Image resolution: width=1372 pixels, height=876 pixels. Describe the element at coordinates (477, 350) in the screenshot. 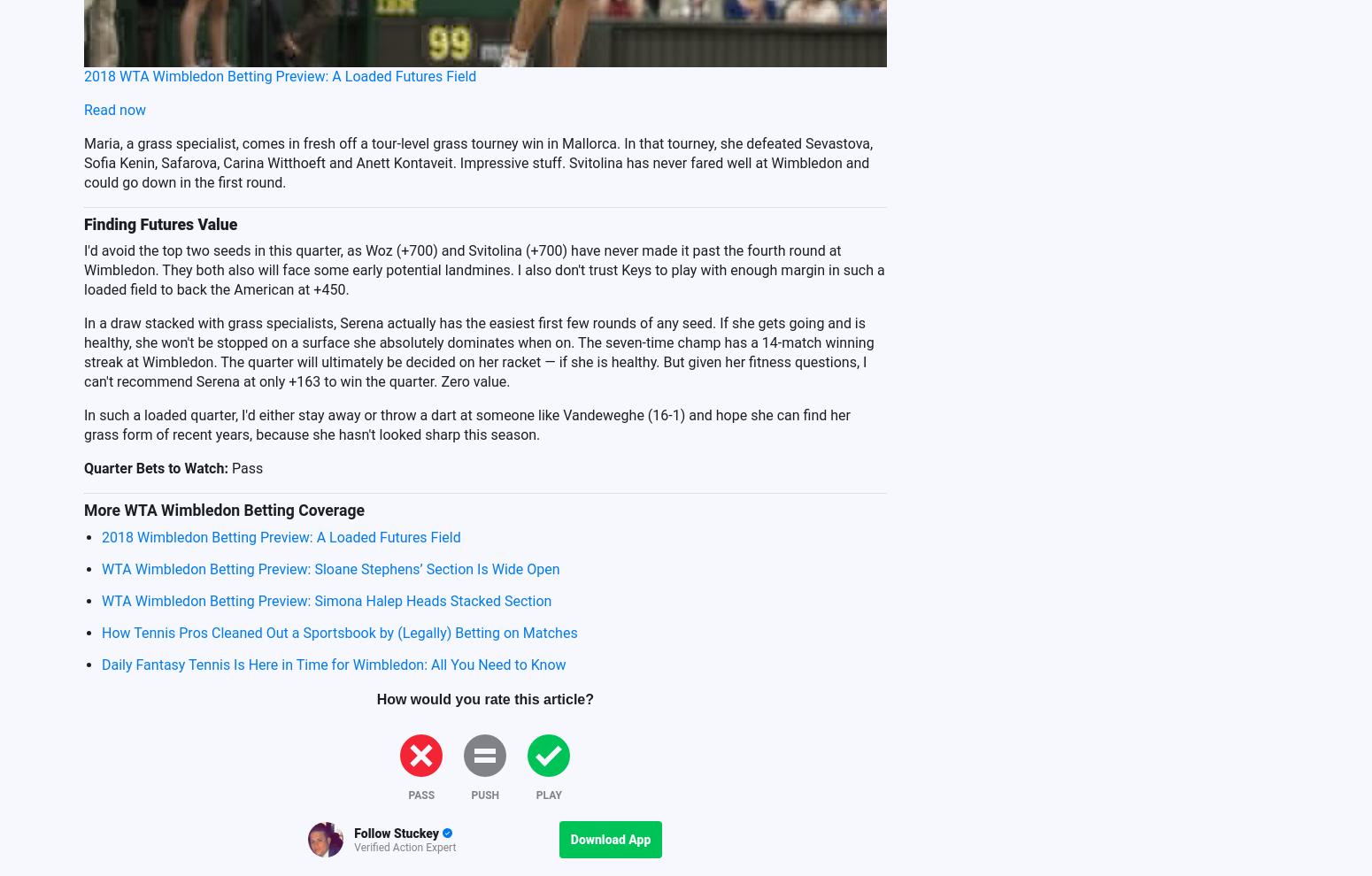

I see `'In a draw stacked with grass specialists, Serena actually has the easiest first few rounds of any seed. If she gets going and is healthy, she won't be stopped on a surface she absolutely dominates when on. The seven-time champ has a 14-match winning streak at Wimbledon. The quarter will ultimately be decided on her racket — if she is healthy. But given her fitness questions, I can't recommend Serena at only +163 to win the quarter. Zero value.'` at that location.